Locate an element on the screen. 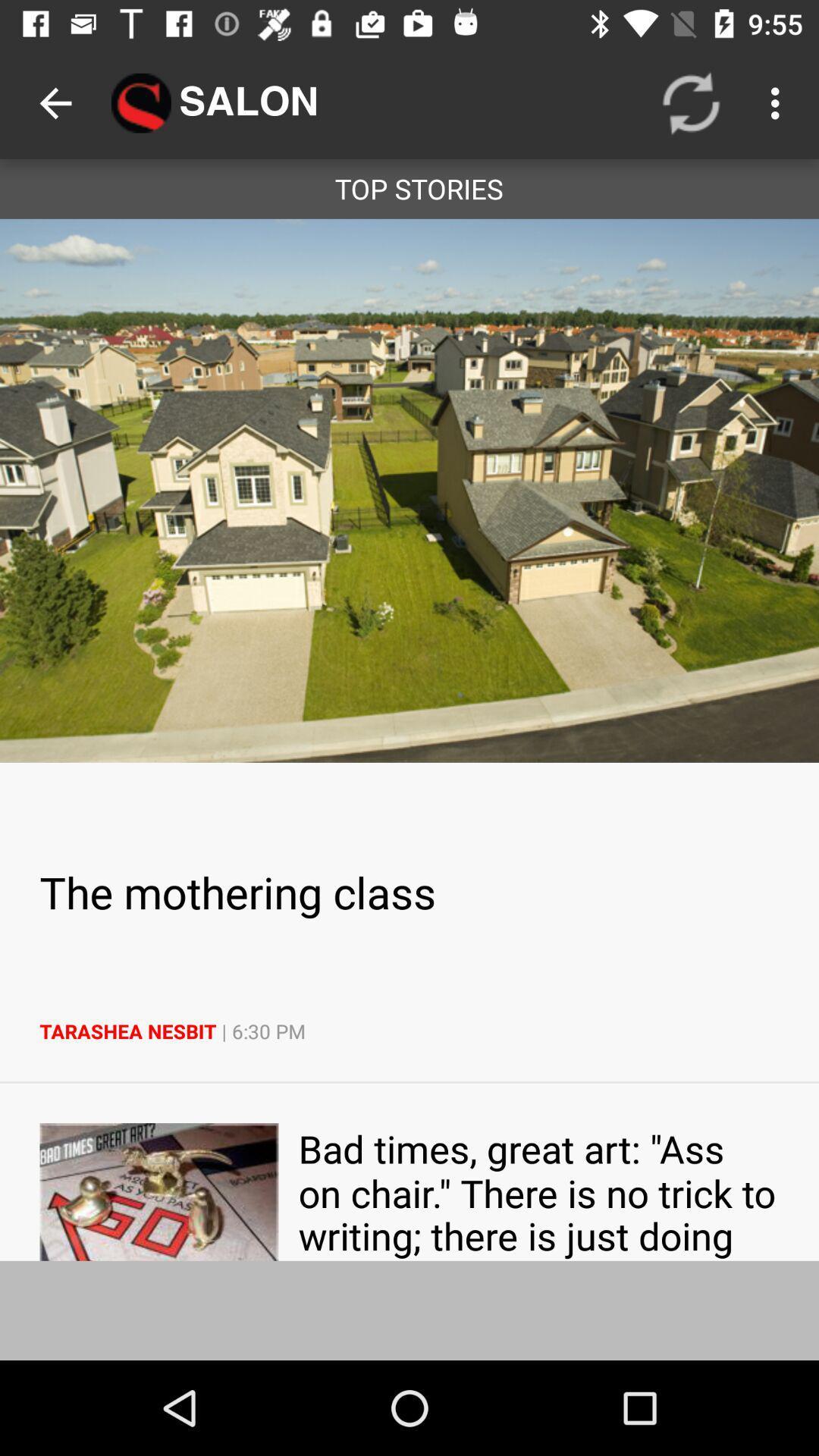  the app to the right of the salon icon is located at coordinates (691, 102).